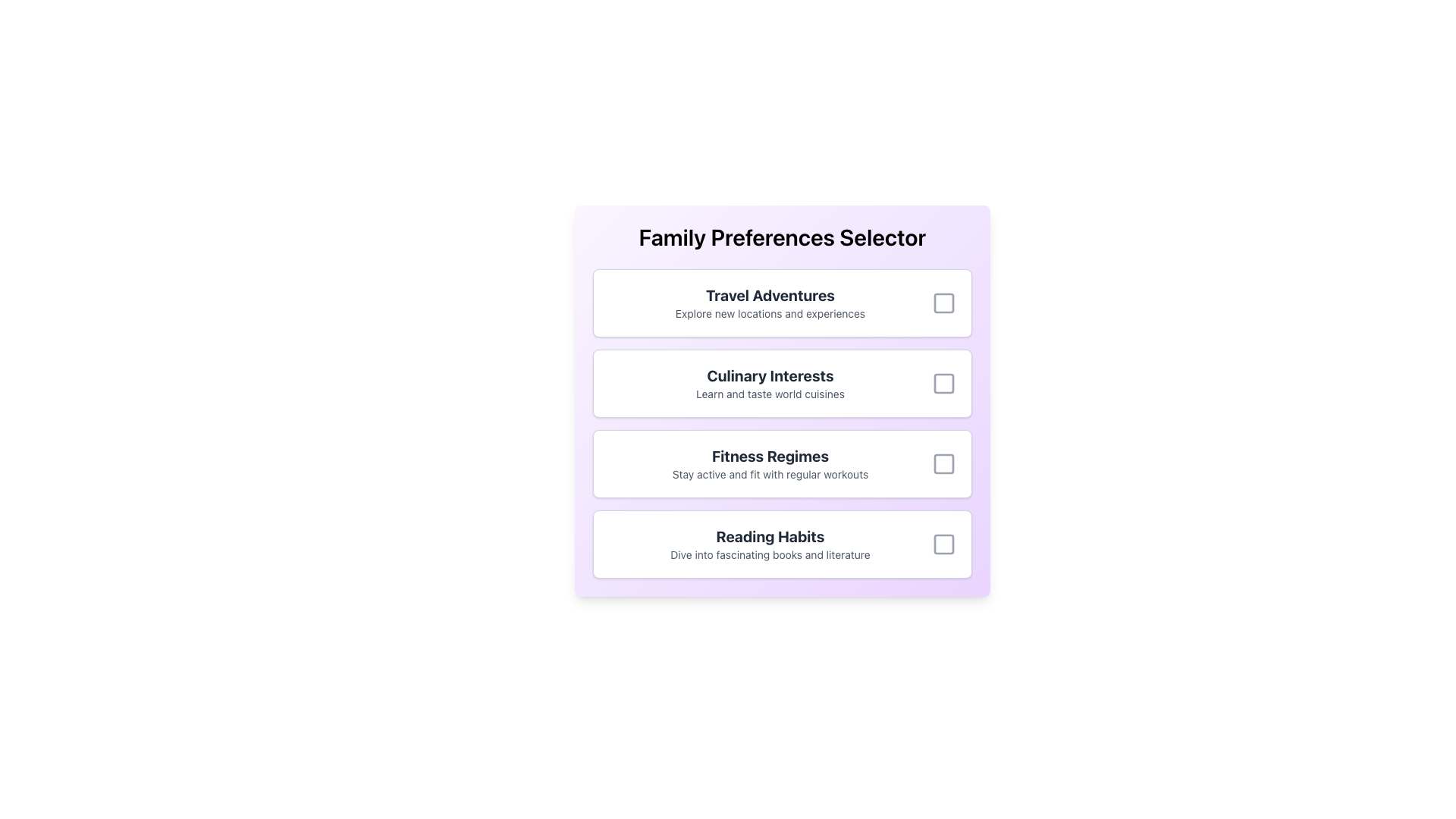 This screenshot has height=819, width=1456. Describe the element at coordinates (770, 555) in the screenshot. I see `the text label reading 'Dive into fascinating books and literature' which is styled in a smaller gray font and located directly below the bold title 'Reading Habits'` at that location.